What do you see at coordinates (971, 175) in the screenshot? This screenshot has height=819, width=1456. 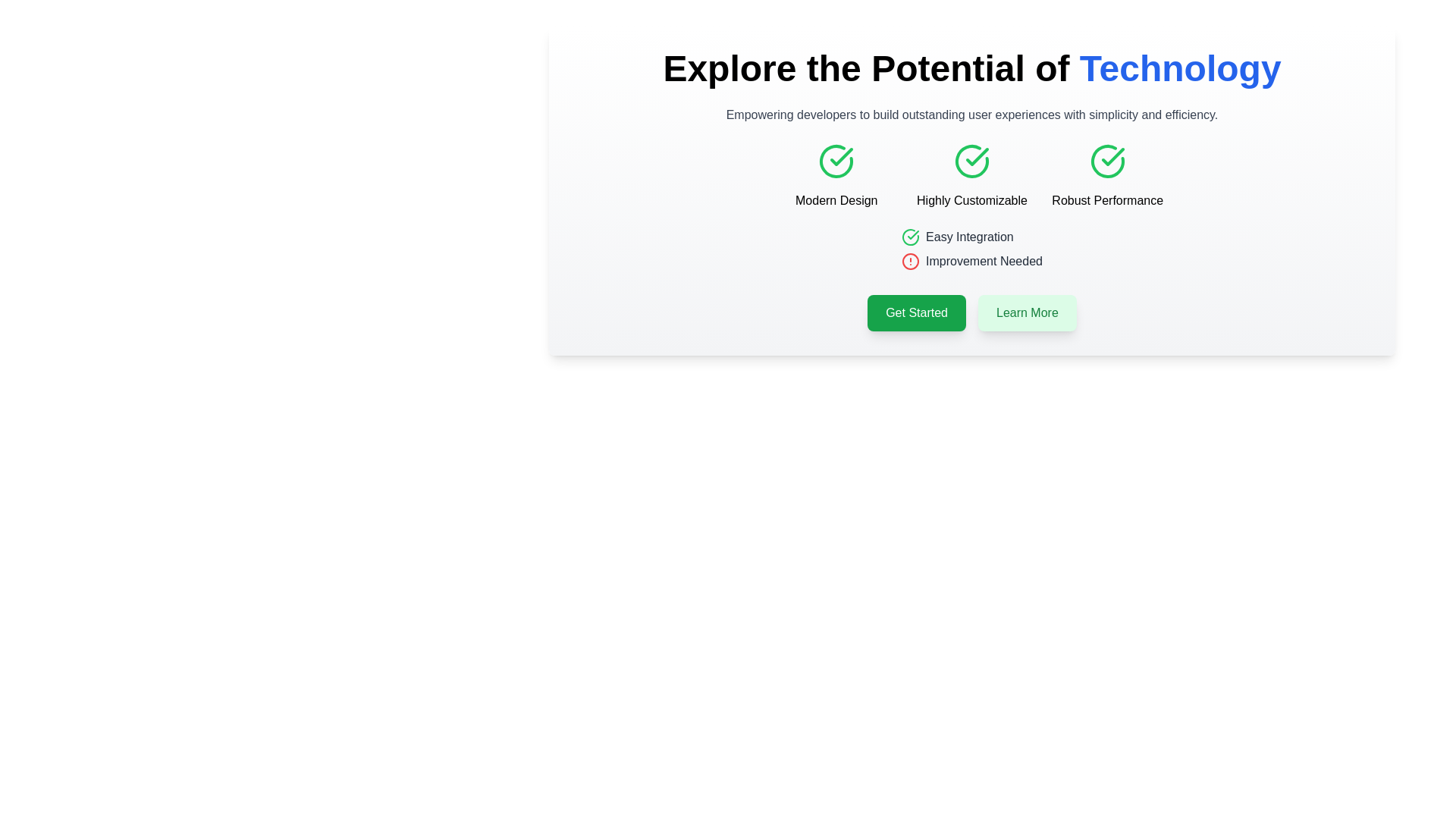 I see `the grid element containing the green checkmark icons and text labels 'Modern Design', 'Highly Customizable', and 'Robust Performance'` at bounding box center [971, 175].